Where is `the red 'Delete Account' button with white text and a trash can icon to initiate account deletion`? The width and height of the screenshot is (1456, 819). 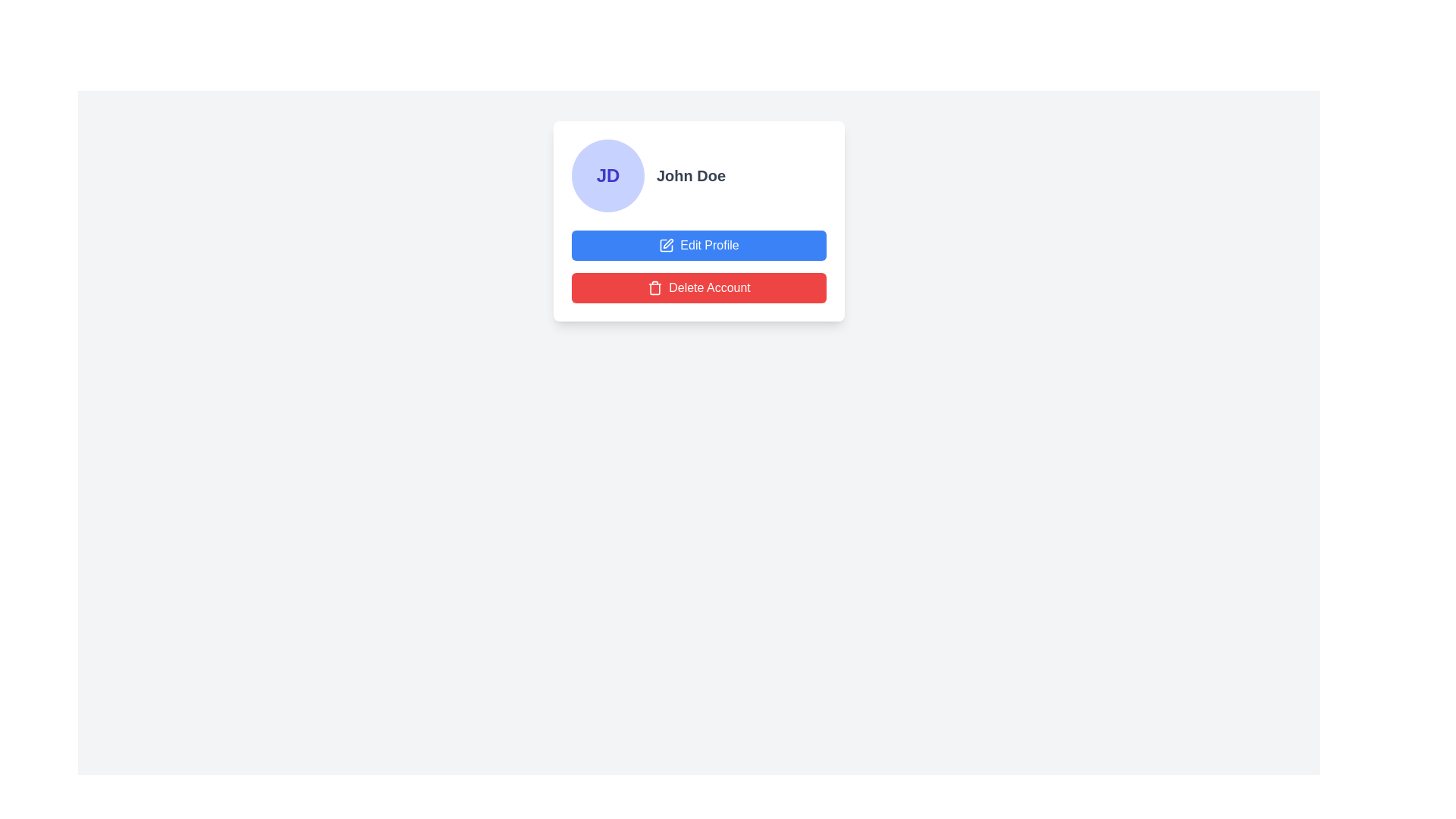 the red 'Delete Account' button with white text and a trash can icon to initiate account deletion is located at coordinates (698, 288).